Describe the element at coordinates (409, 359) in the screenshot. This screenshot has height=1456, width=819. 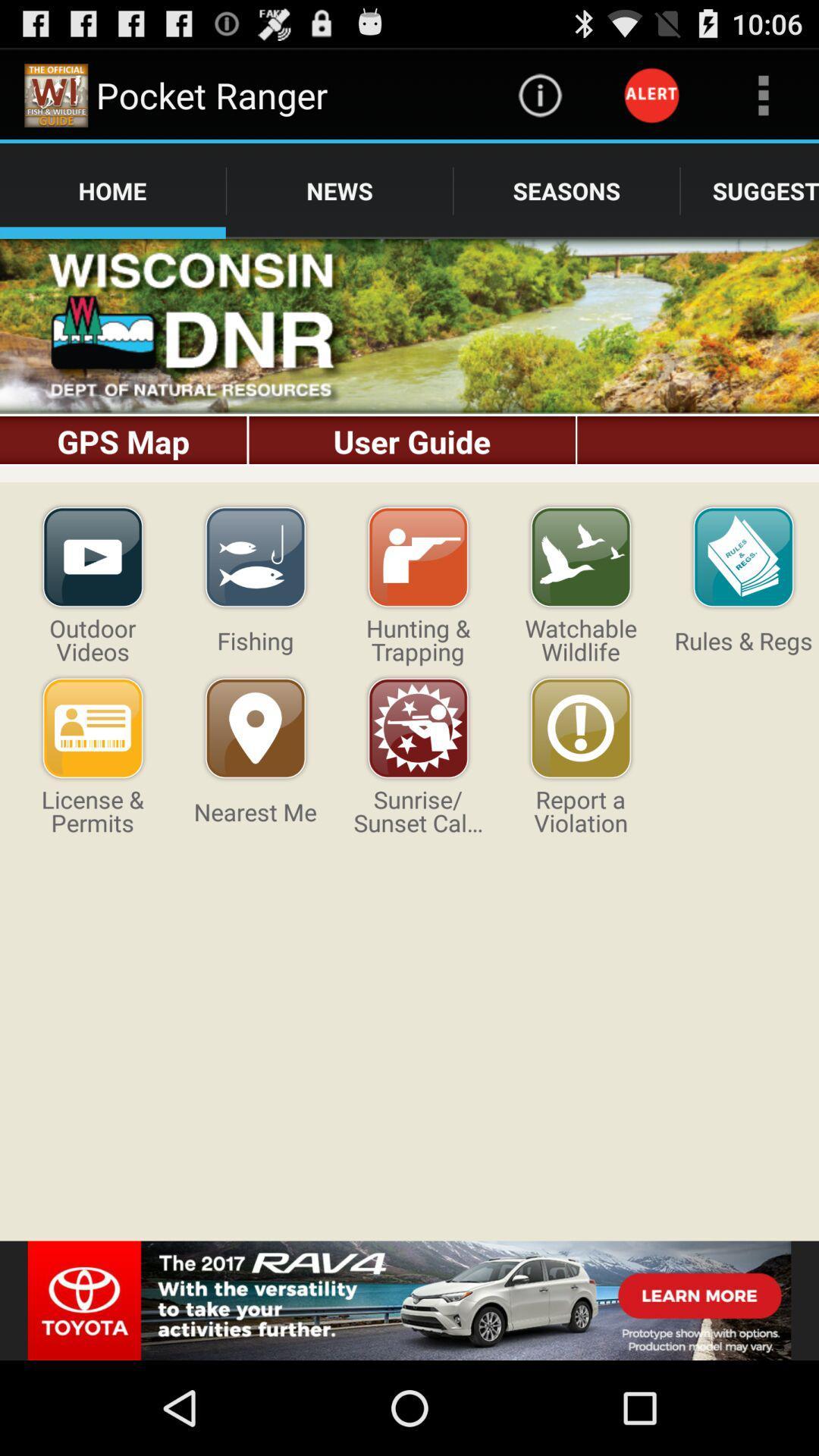
I see `home` at that location.